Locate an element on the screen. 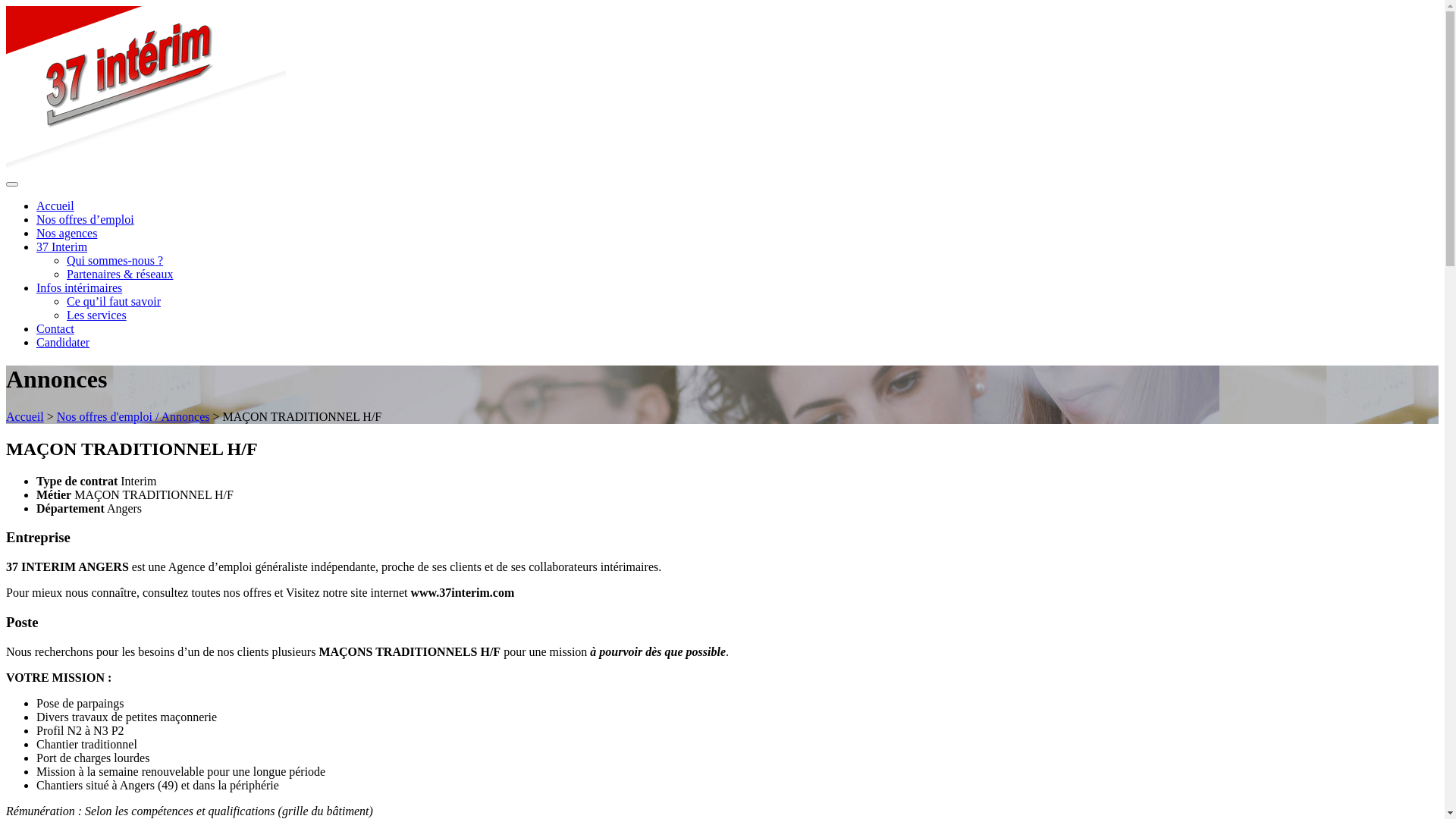 This screenshot has height=819, width=1456. 'Candidater' is located at coordinates (61, 342).